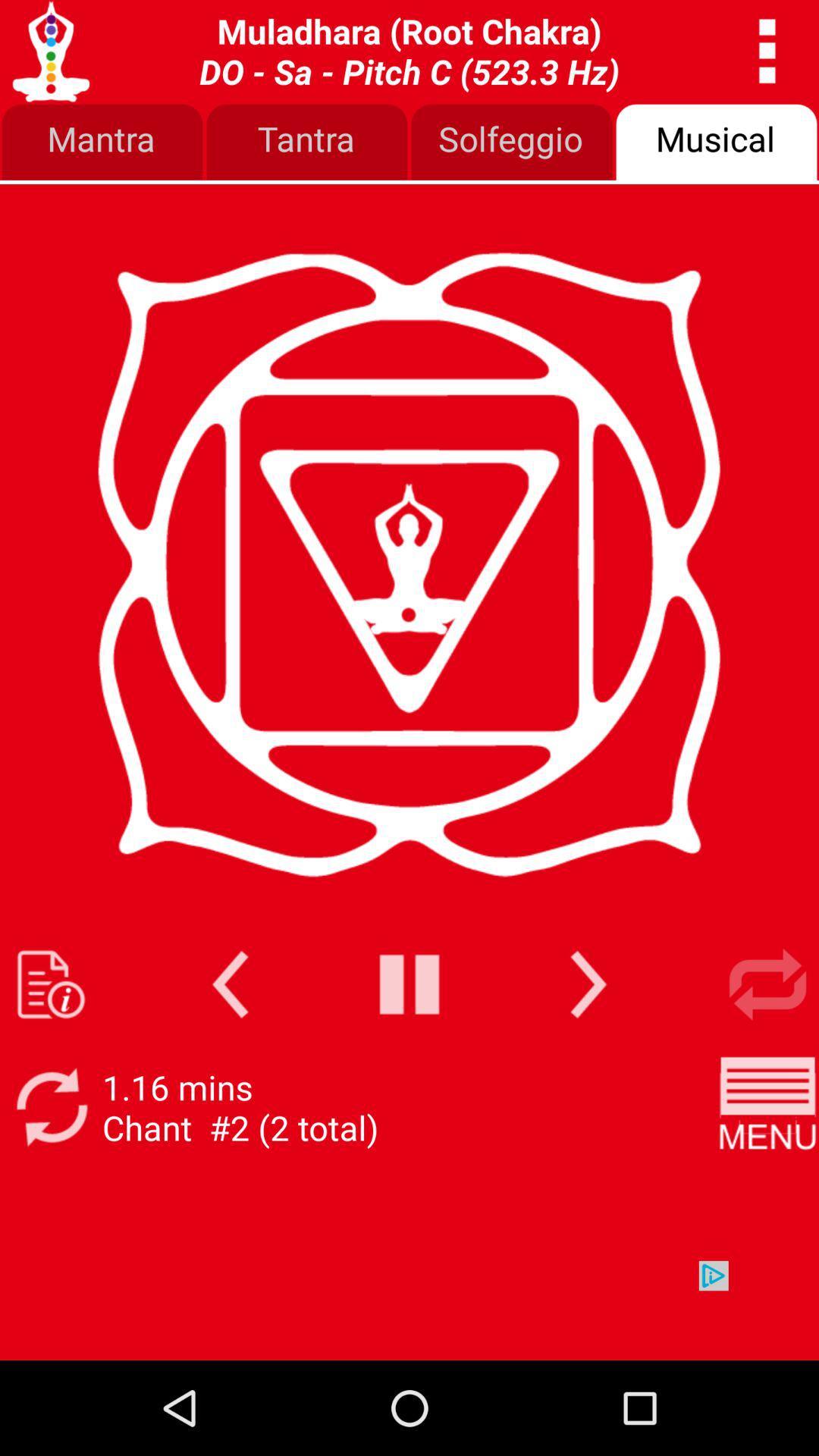  I want to click on repeat, so click(767, 984).